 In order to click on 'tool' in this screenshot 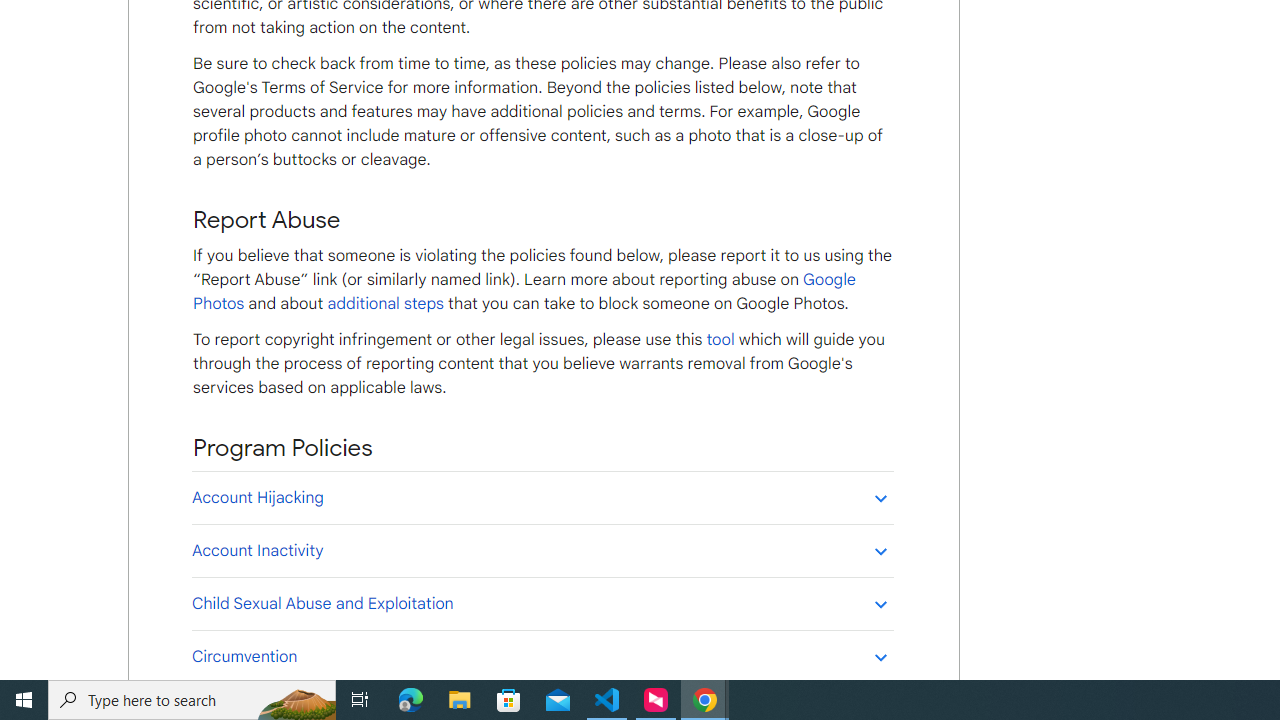, I will do `click(720, 338)`.